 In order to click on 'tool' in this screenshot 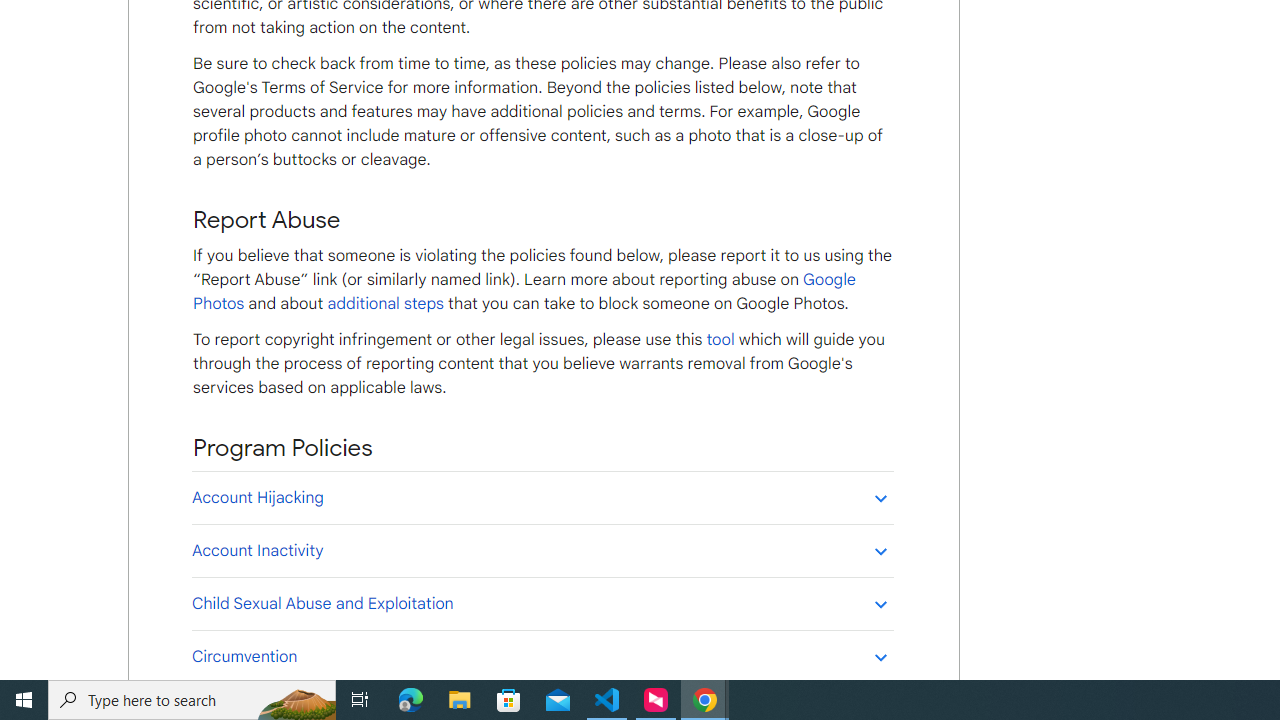, I will do `click(720, 338)`.